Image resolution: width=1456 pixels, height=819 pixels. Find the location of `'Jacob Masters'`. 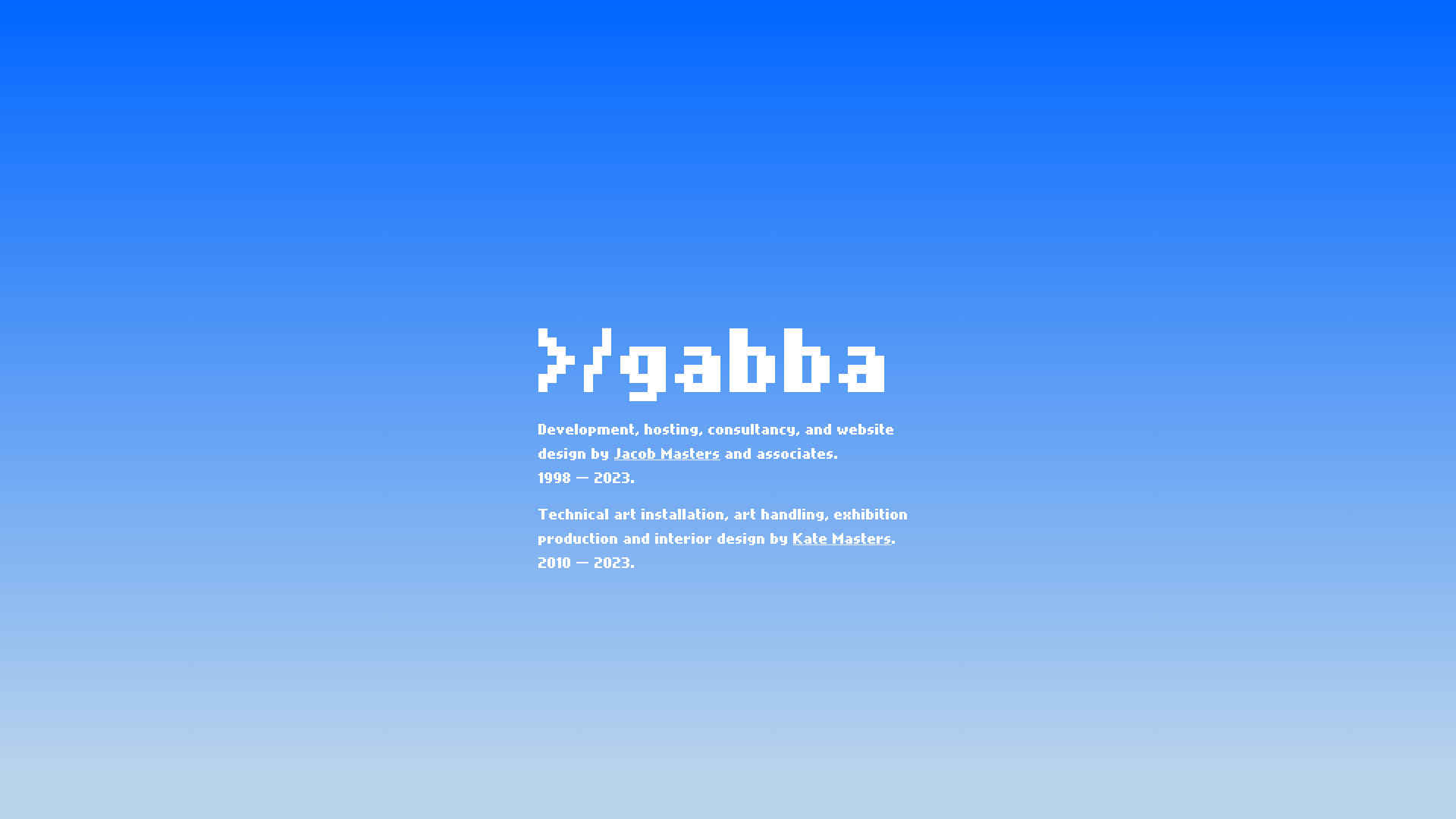

'Jacob Masters' is located at coordinates (667, 454).